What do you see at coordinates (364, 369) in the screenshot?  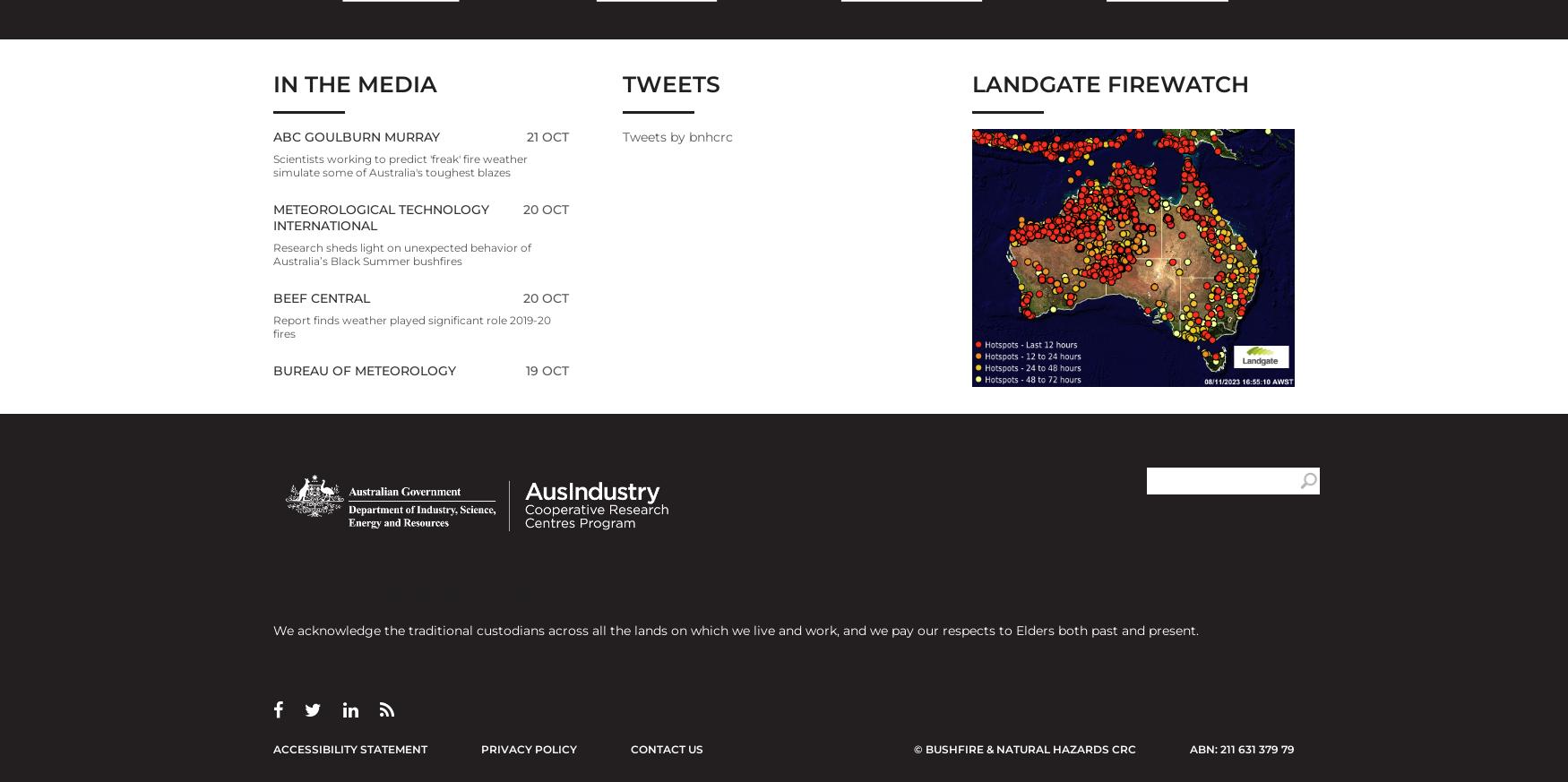 I see `'Bureau of Meteorology'` at bounding box center [364, 369].